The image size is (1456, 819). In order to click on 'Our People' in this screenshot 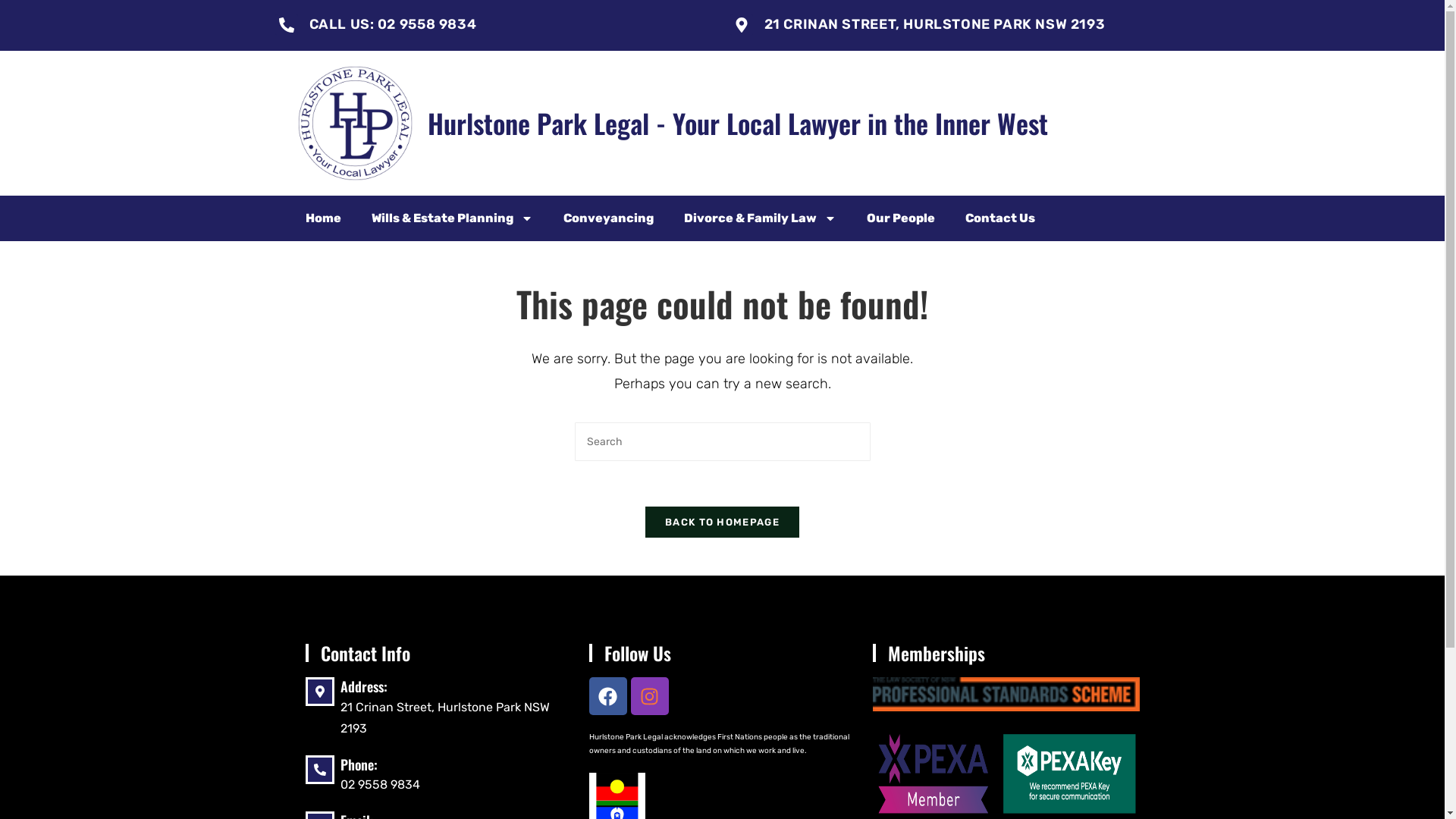, I will do `click(899, 218)`.